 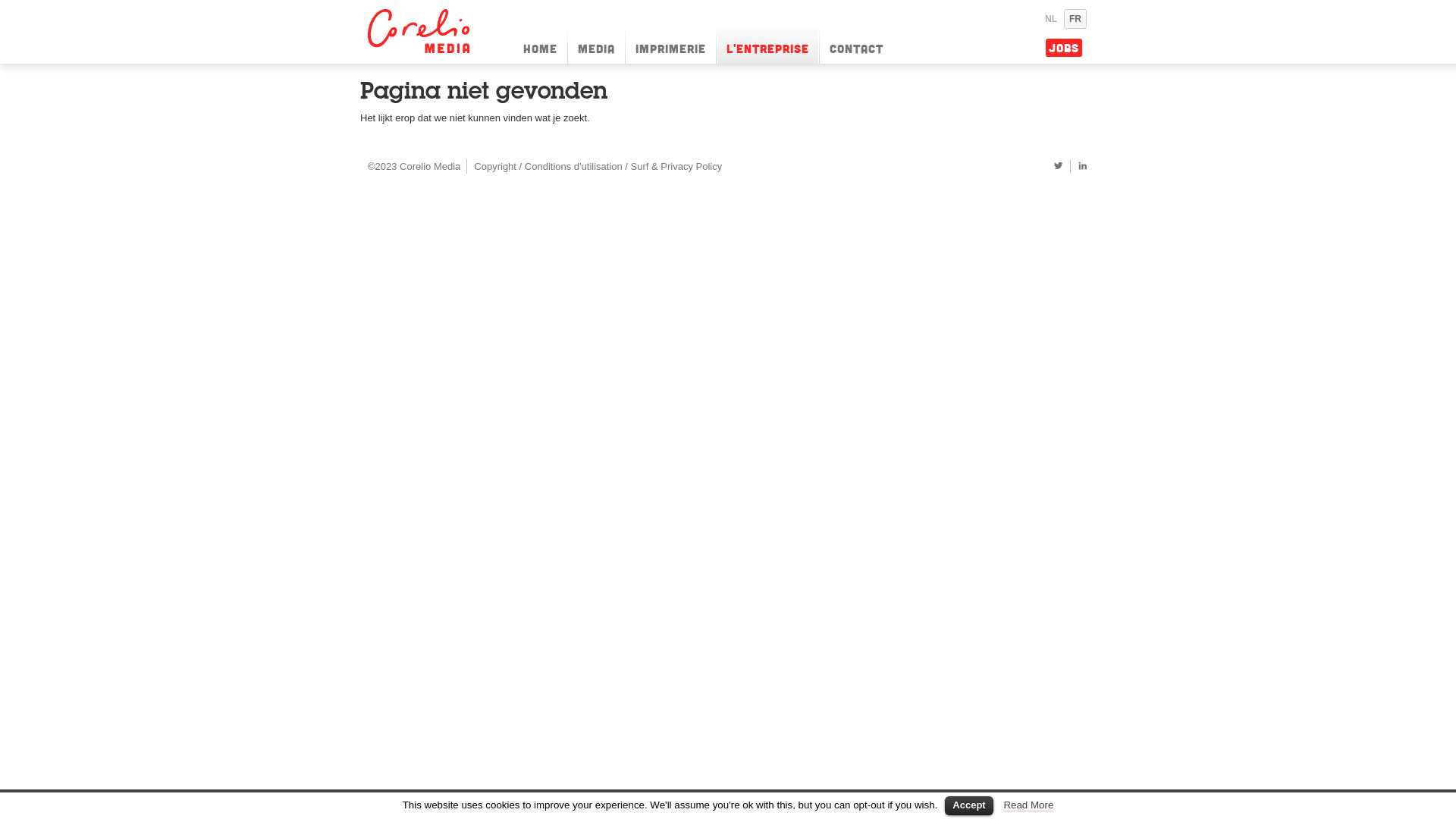 What do you see at coordinates (767, 43) in the screenshot?
I see `'L'ENTREPRISE'` at bounding box center [767, 43].